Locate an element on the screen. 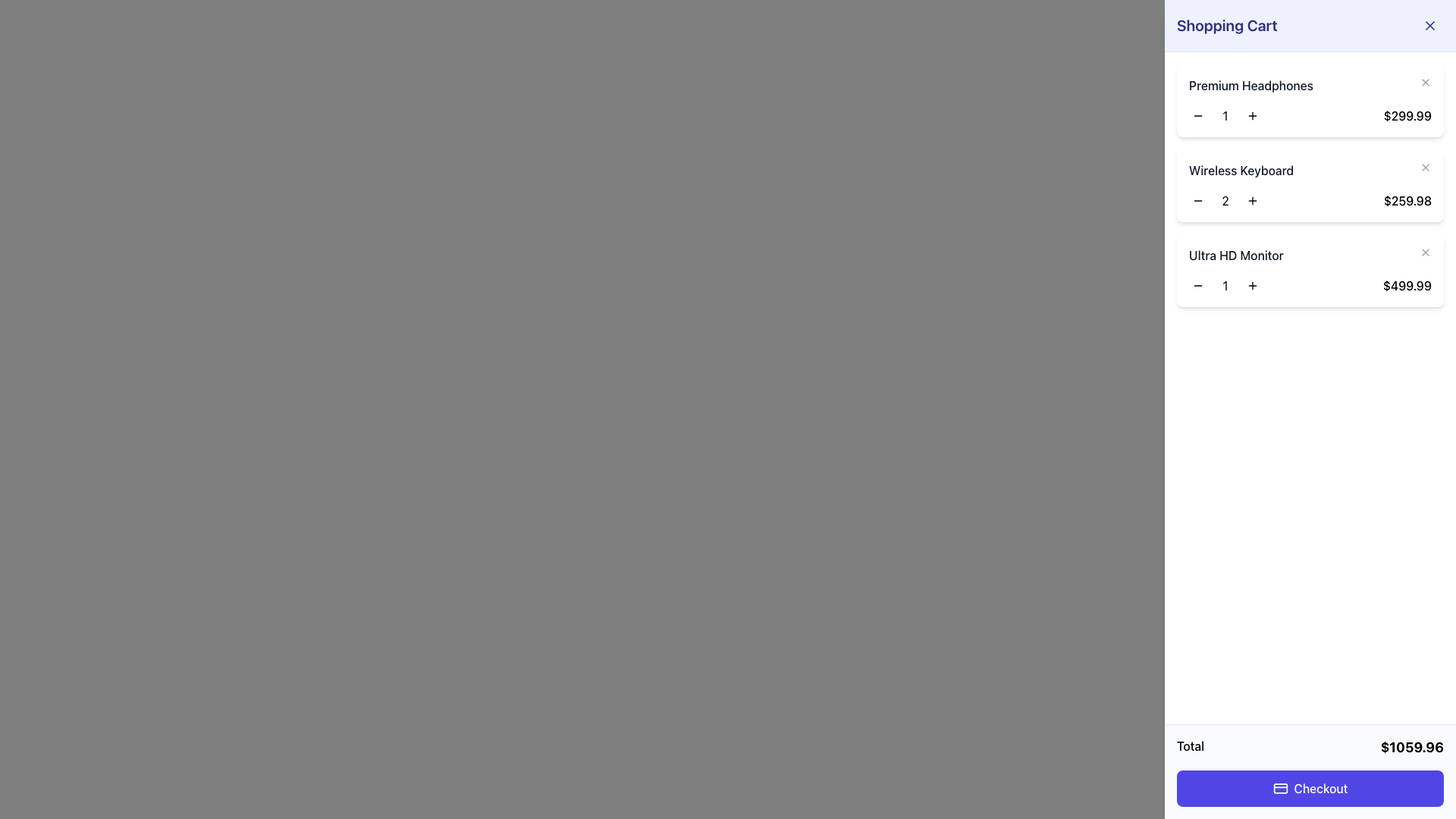 The image size is (1456, 819). the button icon located to the right of the quantity indicator for 'Premium Headphones' in the shopping cart to increase the item quantity is located at coordinates (1252, 115).